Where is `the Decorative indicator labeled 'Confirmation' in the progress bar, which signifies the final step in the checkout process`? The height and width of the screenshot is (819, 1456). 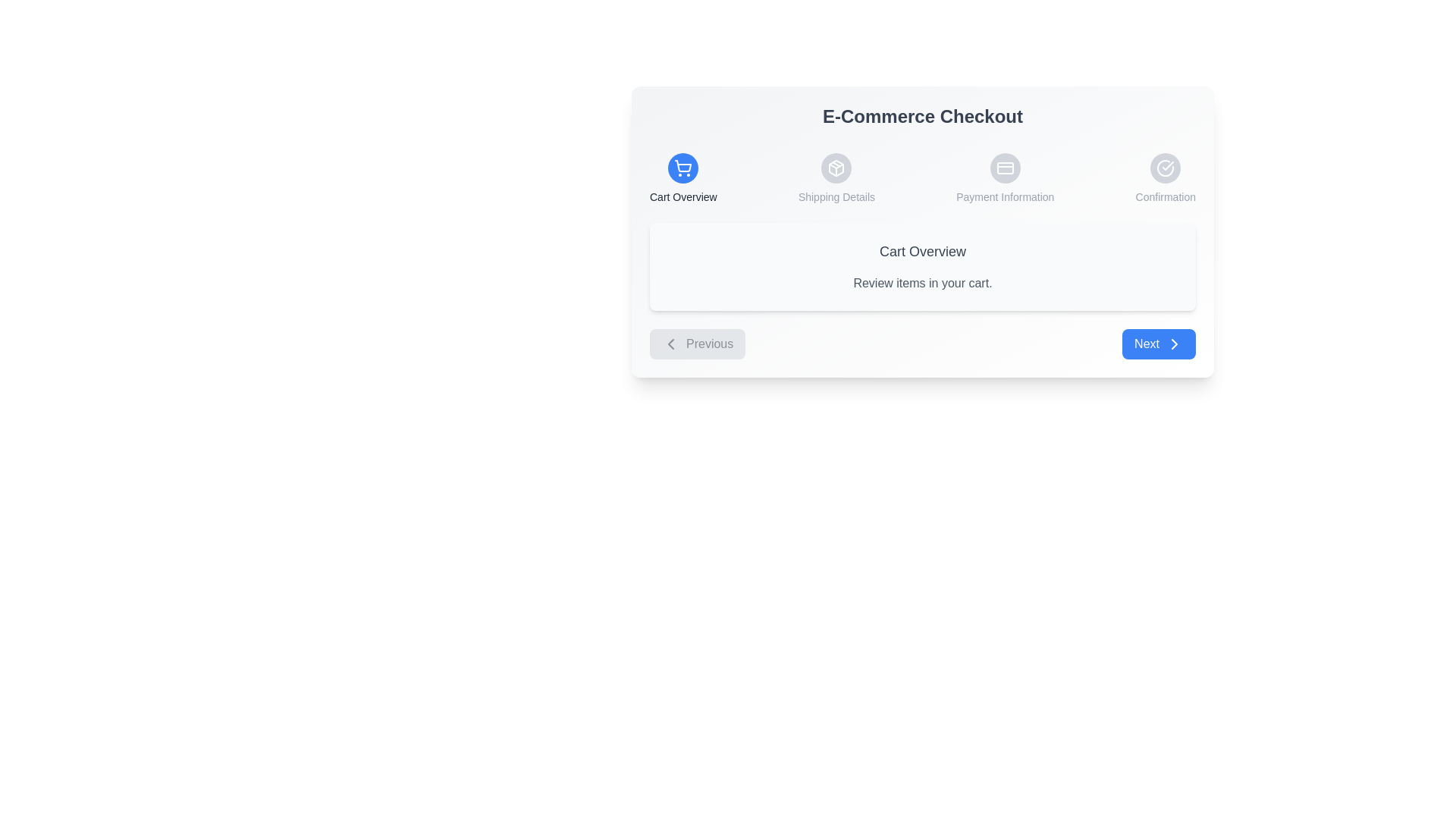
the Decorative indicator labeled 'Confirmation' in the progress bar, which signifies the final step in the checkout process is located at coordinates (1165, 168).